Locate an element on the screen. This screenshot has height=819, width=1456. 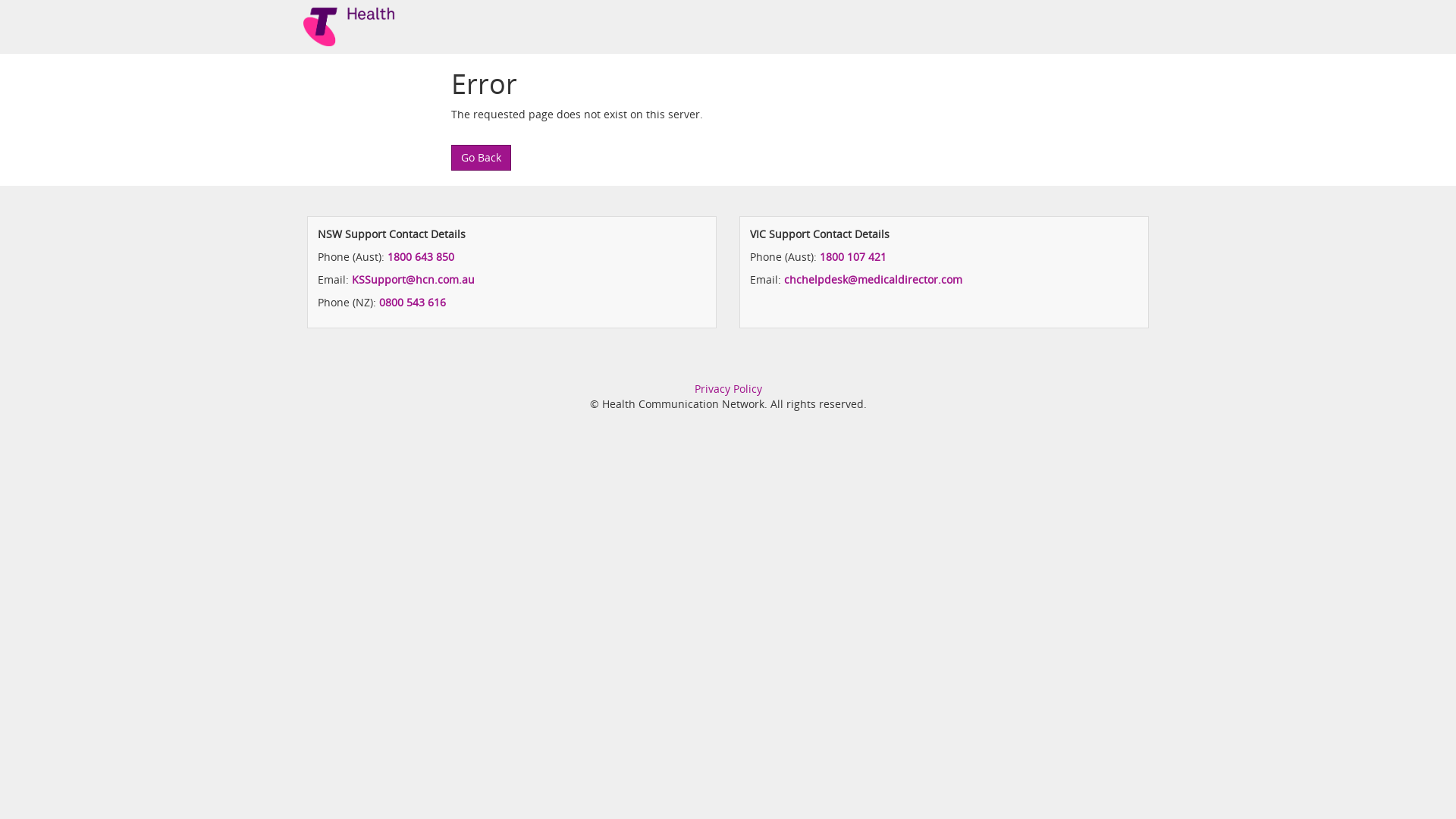
'Privacy Policy' is located at coordinates (694, 388).